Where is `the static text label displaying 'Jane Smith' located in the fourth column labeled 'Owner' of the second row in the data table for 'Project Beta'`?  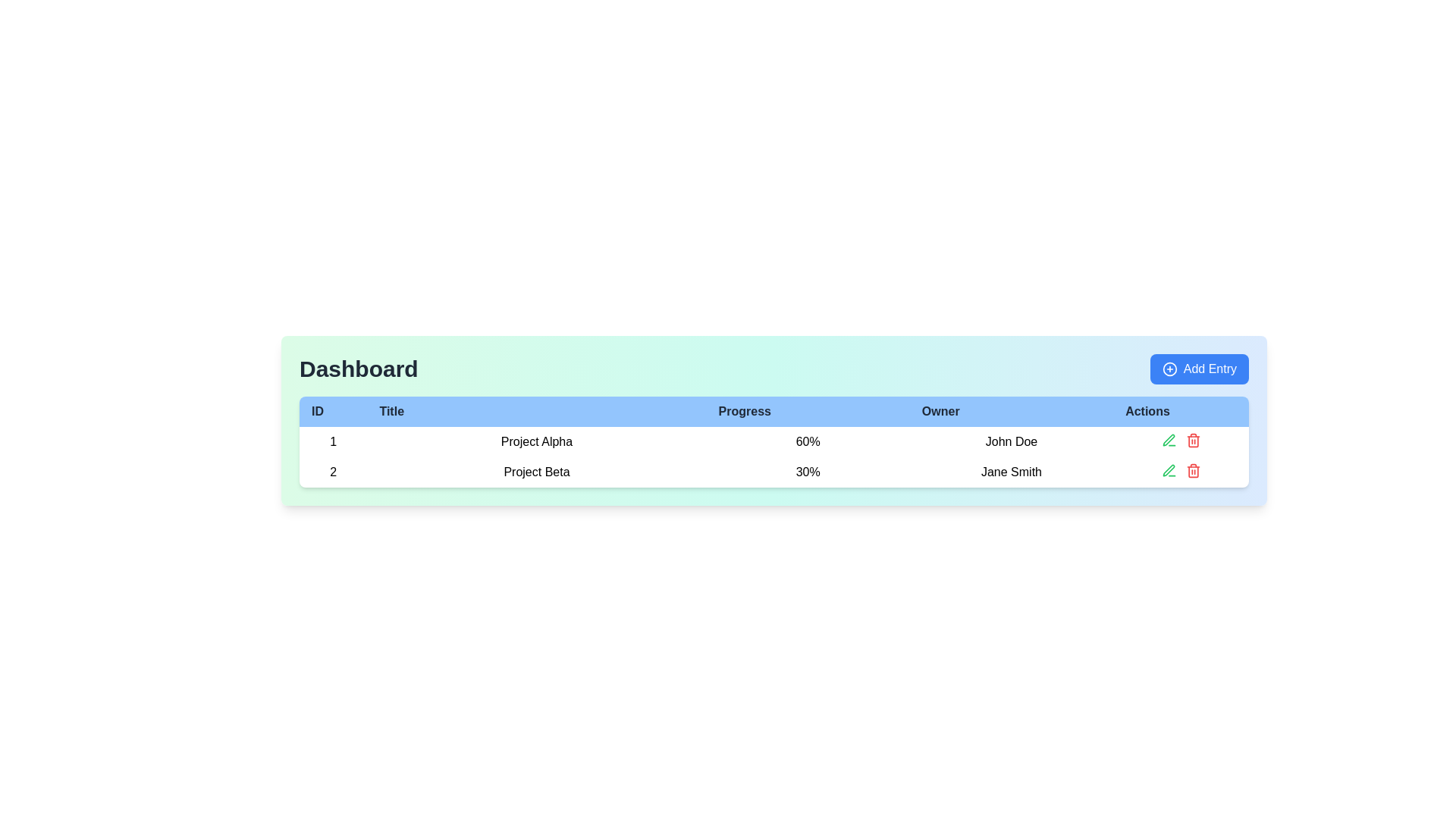 the static text label displaying 'Jane Smith' located in the fourth column labeled 'Owner' of the second row in the data table for 'Project Beta' is located at coordinates (1012, 472).